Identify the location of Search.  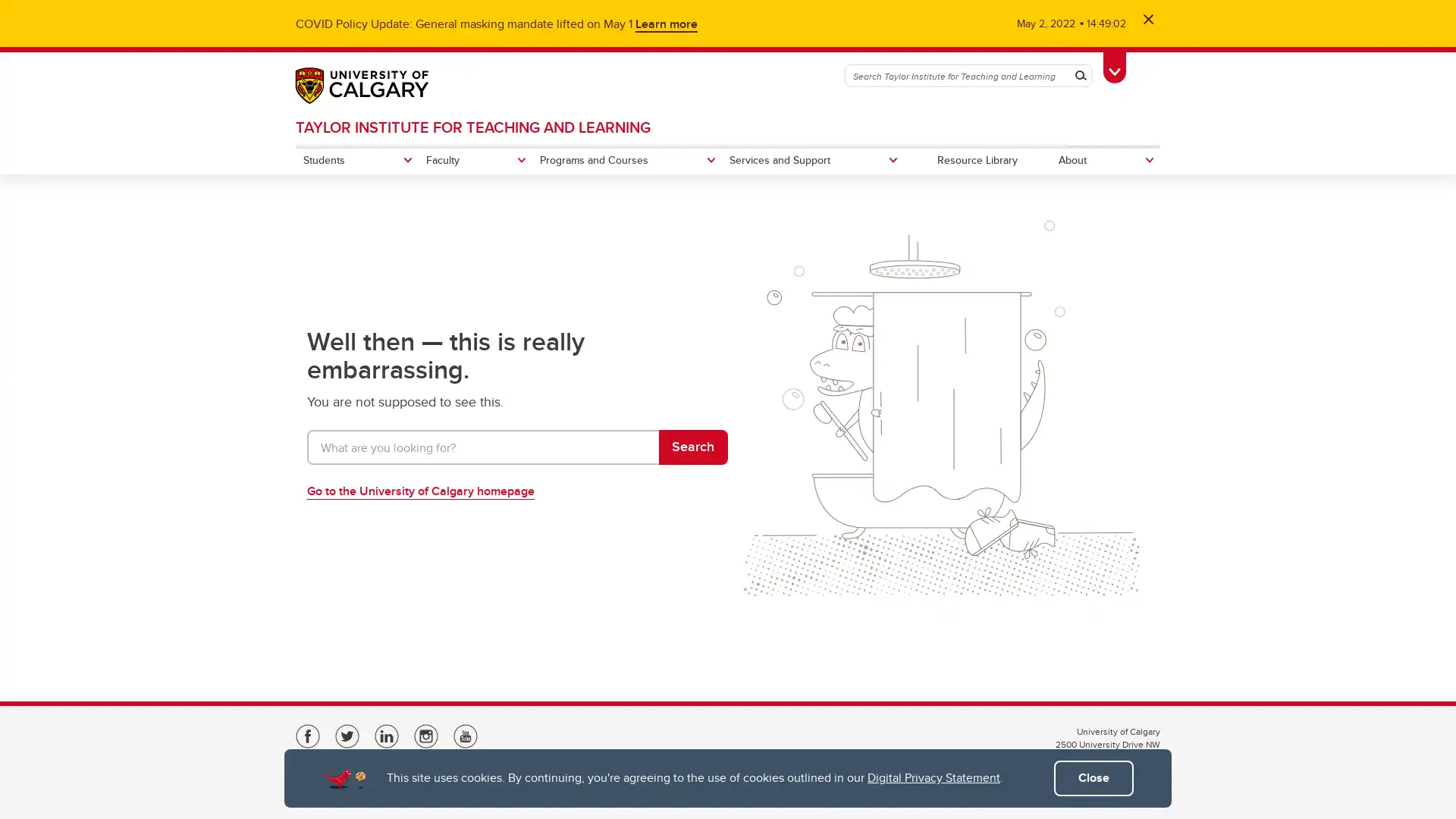
(692, 447).